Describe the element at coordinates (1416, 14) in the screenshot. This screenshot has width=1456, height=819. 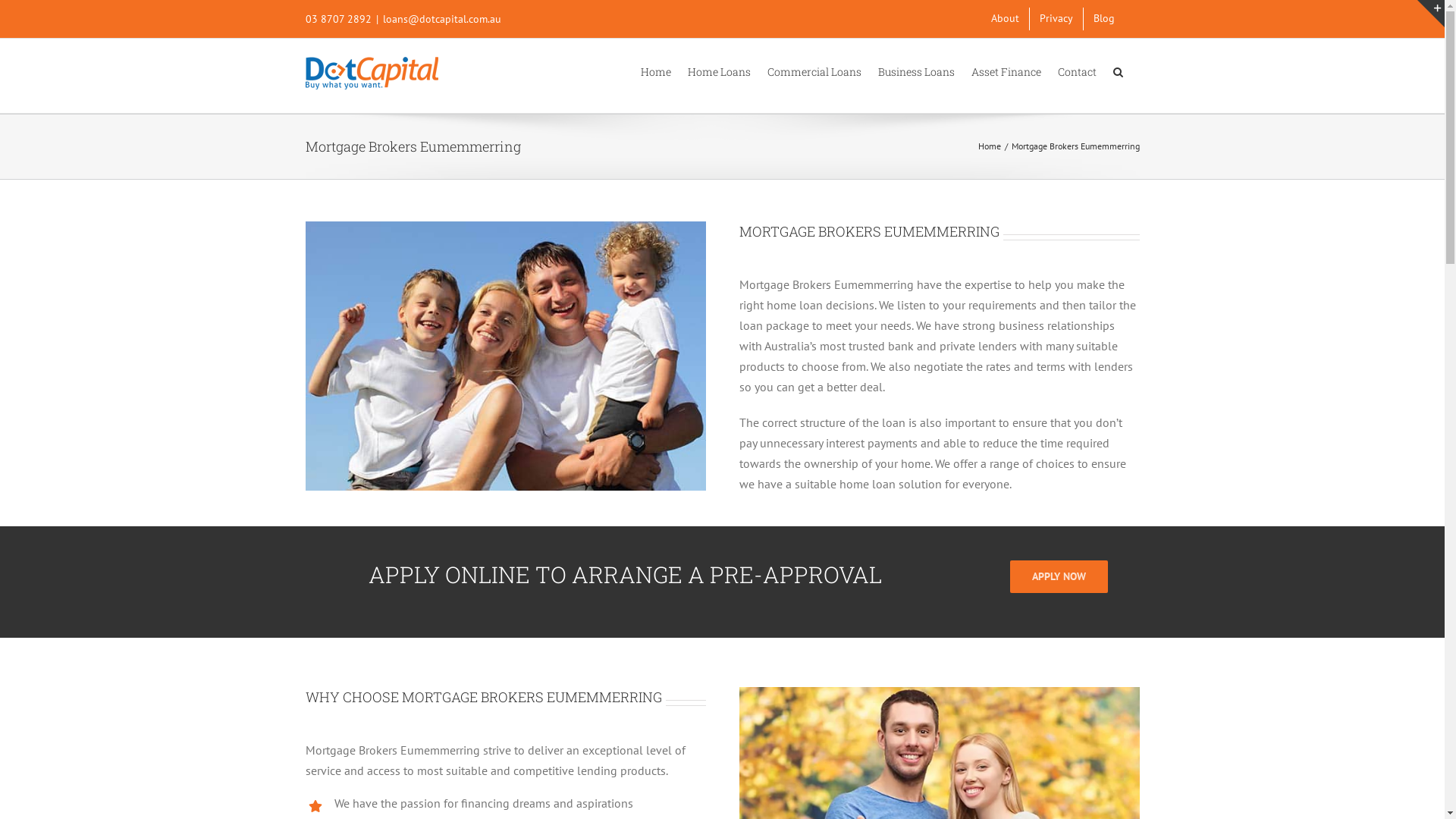
I see `'Toggle Sliding Bar Area'` at that location.